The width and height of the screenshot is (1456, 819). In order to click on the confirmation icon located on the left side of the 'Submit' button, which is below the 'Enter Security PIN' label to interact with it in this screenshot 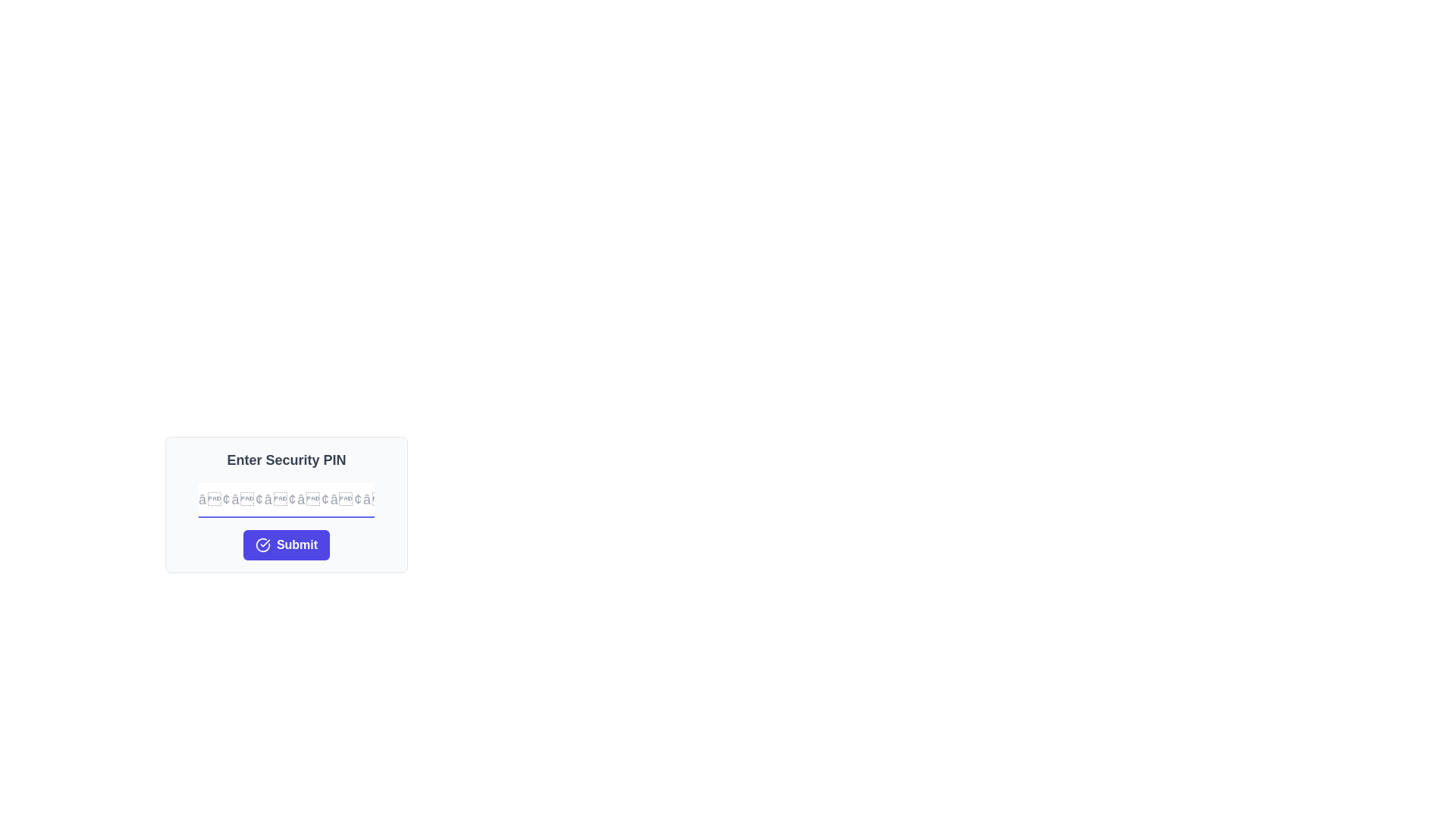, I will do `click(262, 544)`.